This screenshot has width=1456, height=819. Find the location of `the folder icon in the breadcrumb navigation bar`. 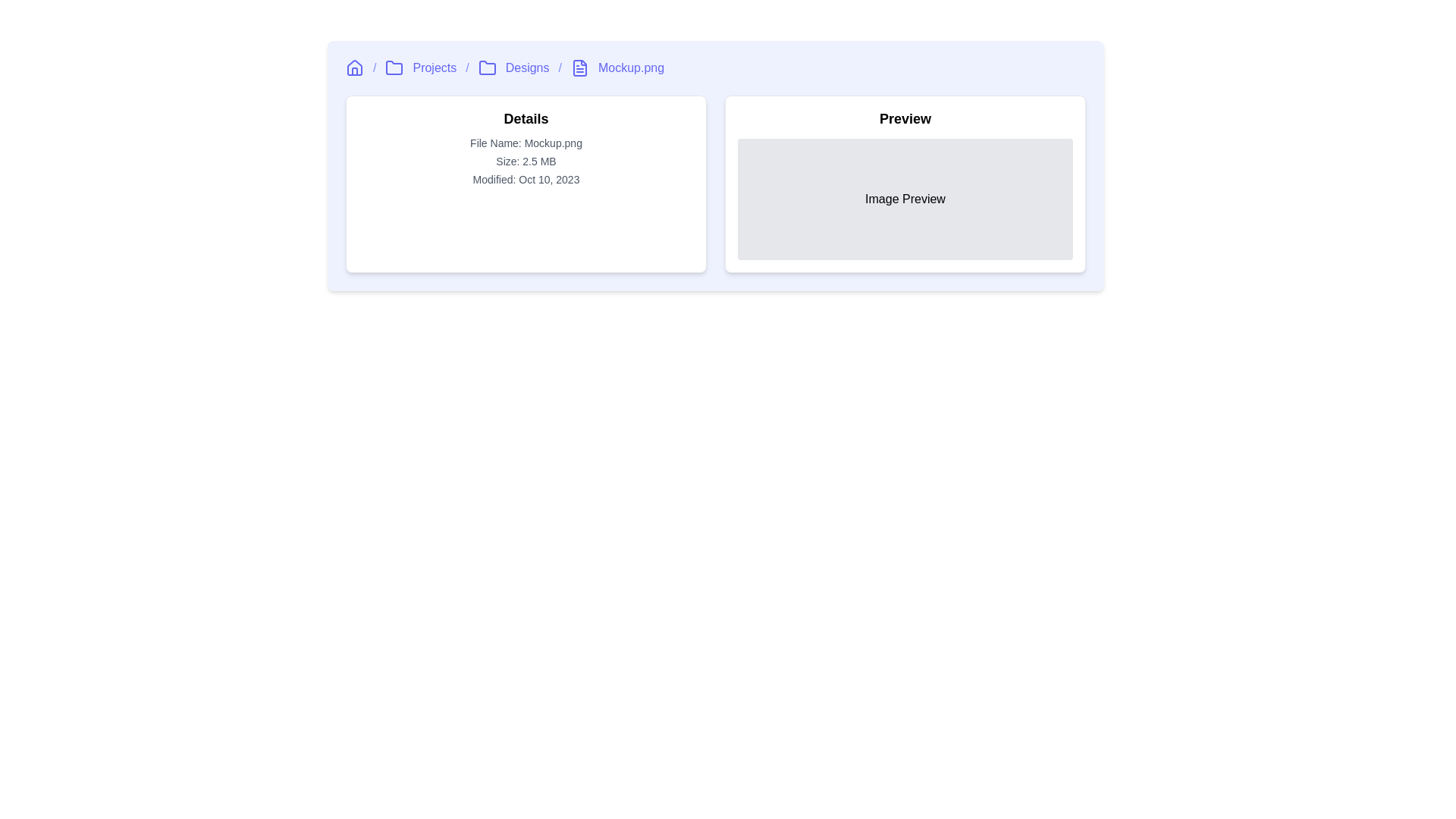

the folder icon in the breadcrumb navigation bar is located at coordinates (487, 67).